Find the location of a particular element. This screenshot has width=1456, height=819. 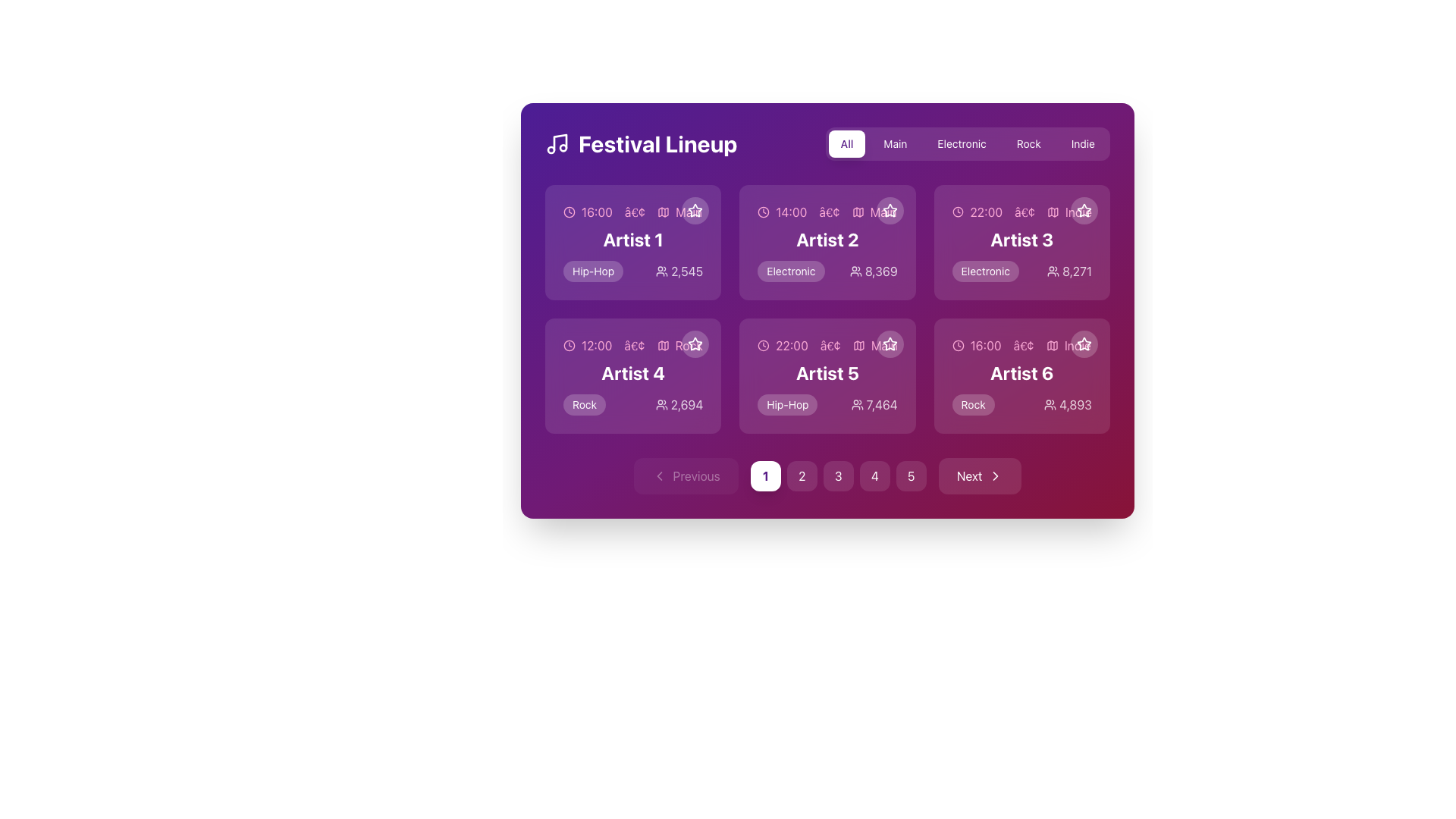

the text label displaying 'Artist 4' in bold, large white font on a purple background, located in the second row, first column of the artist information grid is located at coordinates (633, 373).